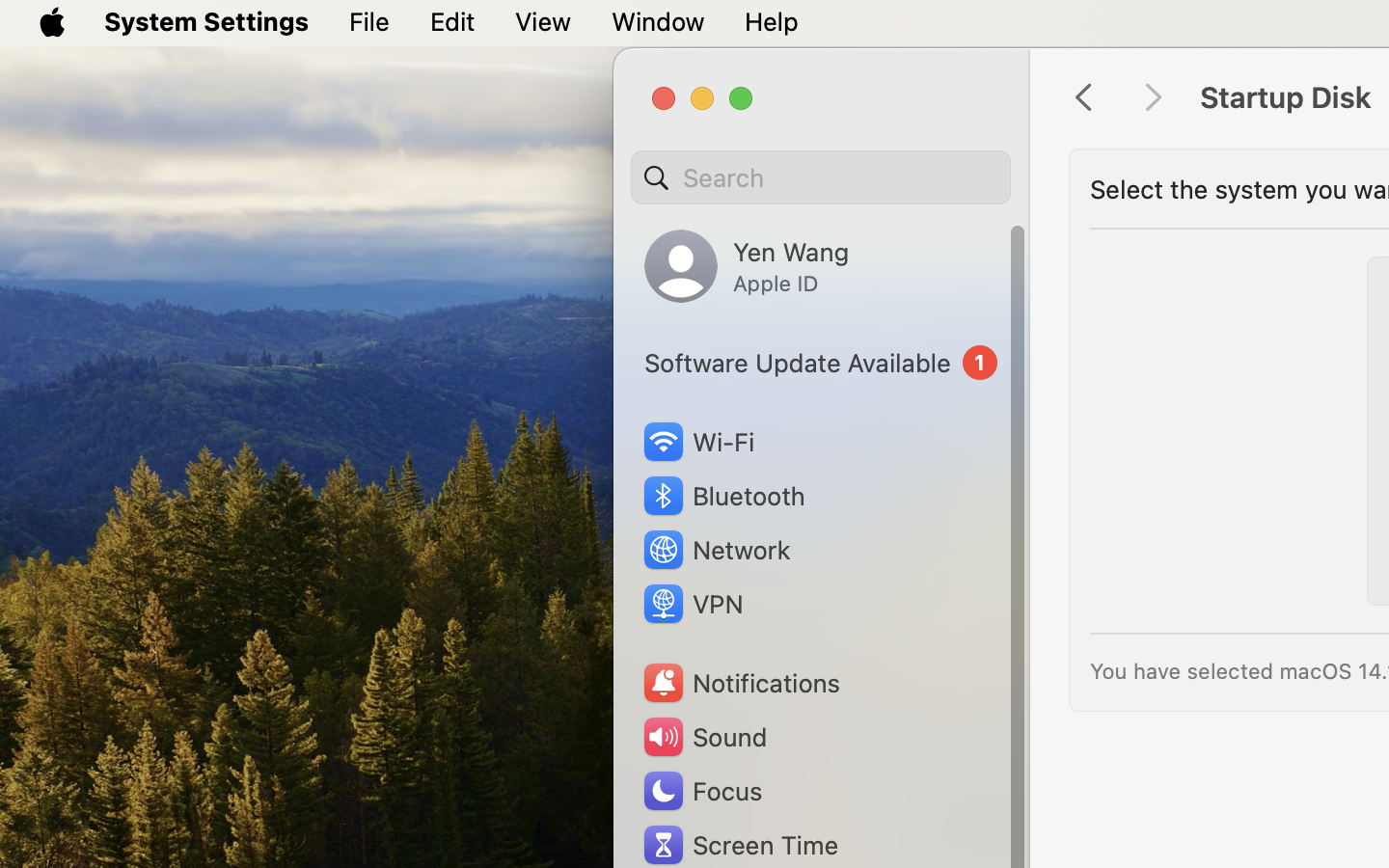 The height and width of the screenshot is (868, 1389). I want to click on 'VPN', so click(691, 604).